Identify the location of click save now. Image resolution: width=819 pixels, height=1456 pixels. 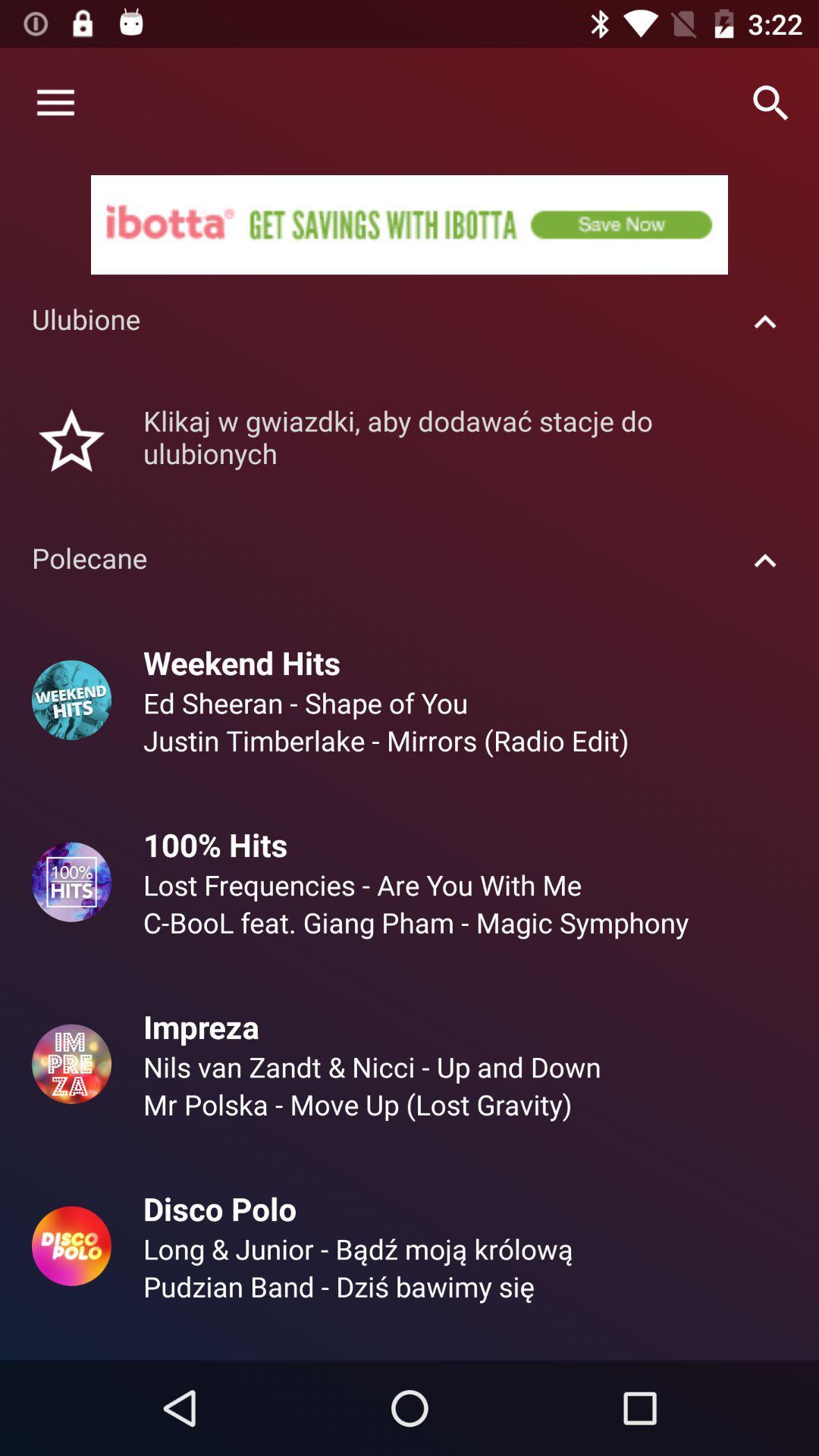
(409, 224).